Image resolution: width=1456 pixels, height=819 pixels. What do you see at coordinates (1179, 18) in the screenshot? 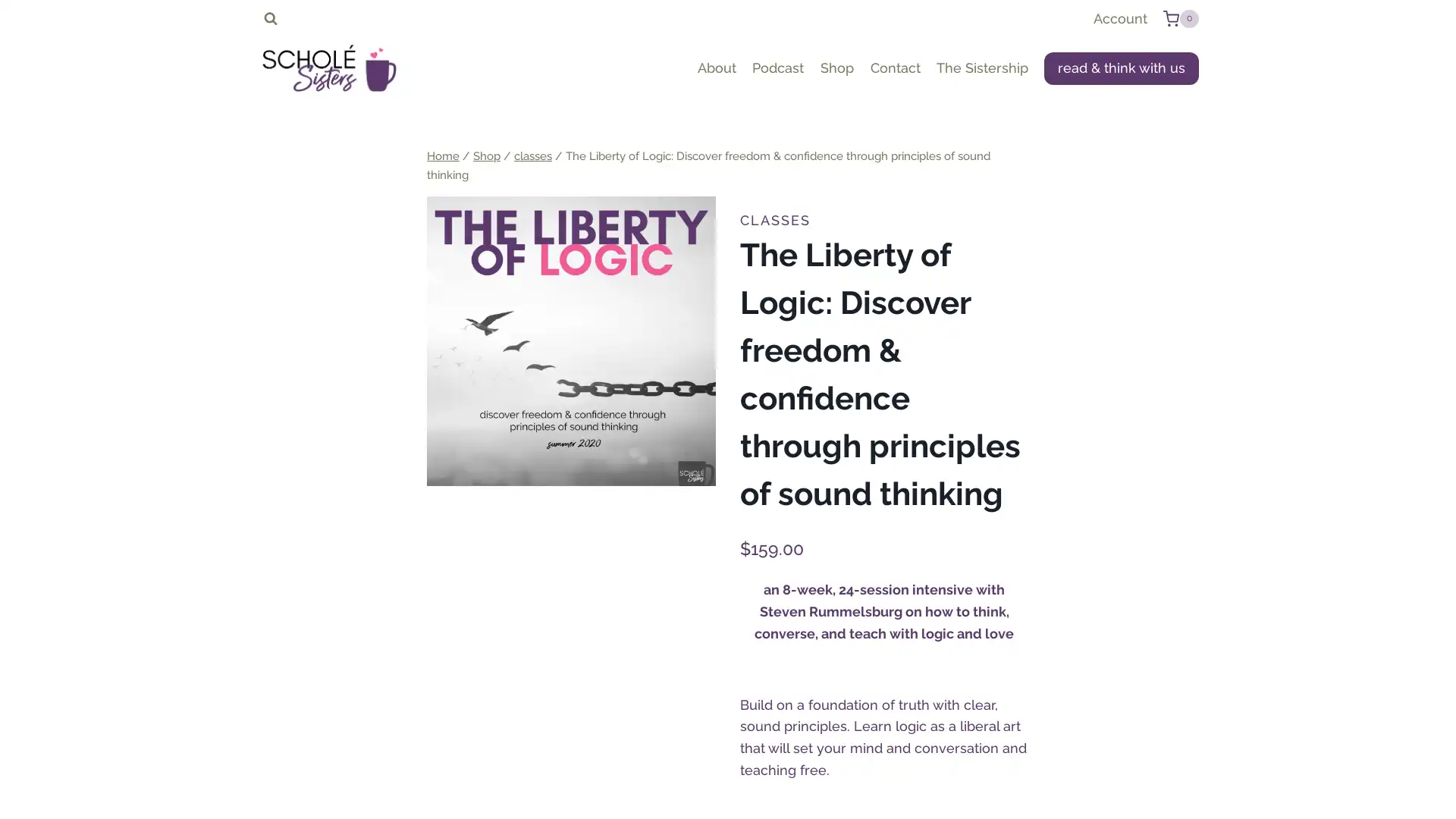
I see `Shopping Cart` at bounding box center [1179, 18].